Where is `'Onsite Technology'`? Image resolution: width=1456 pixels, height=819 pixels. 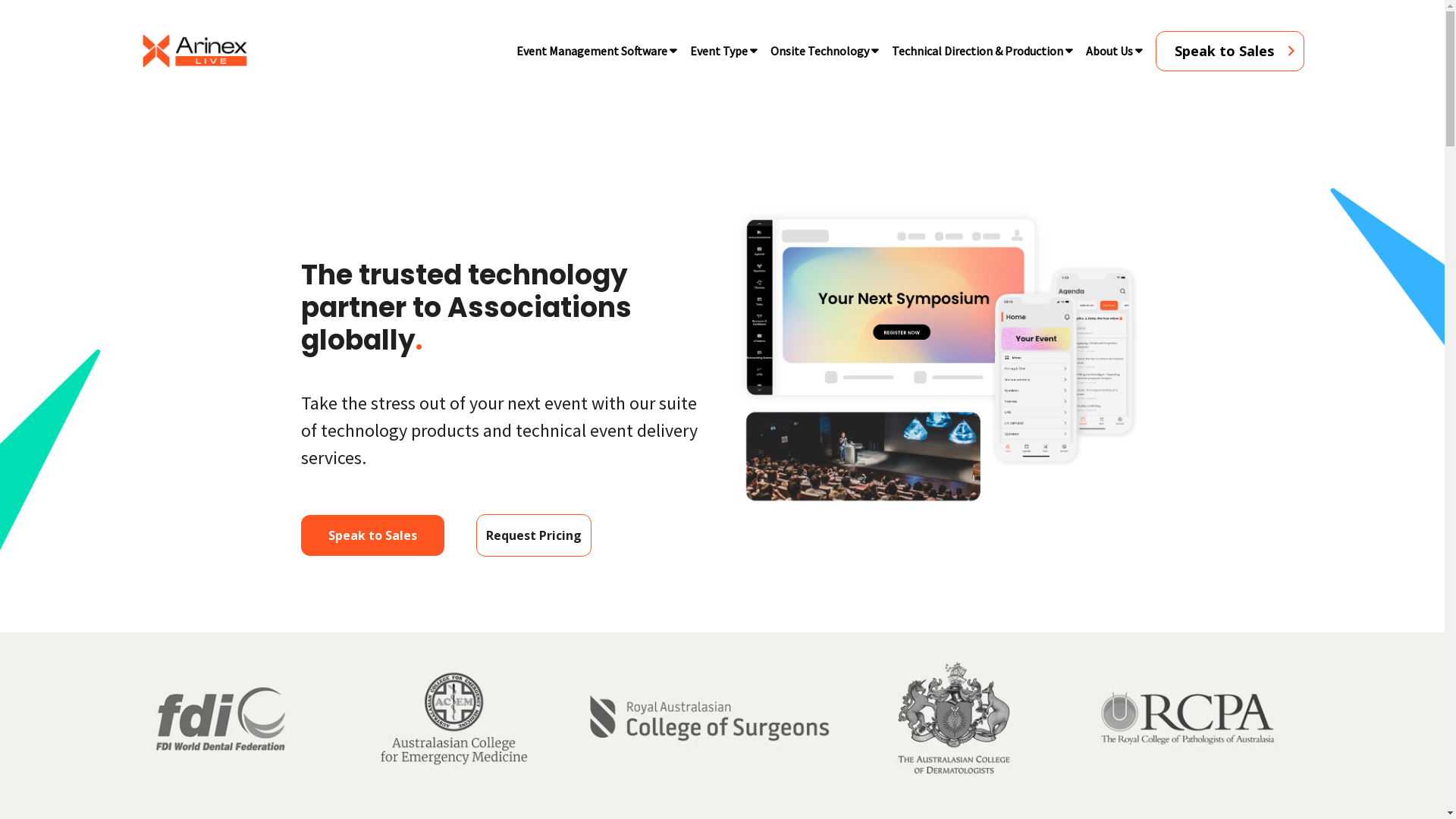
'Onsite Technology' is located at coordinates (818, 49).